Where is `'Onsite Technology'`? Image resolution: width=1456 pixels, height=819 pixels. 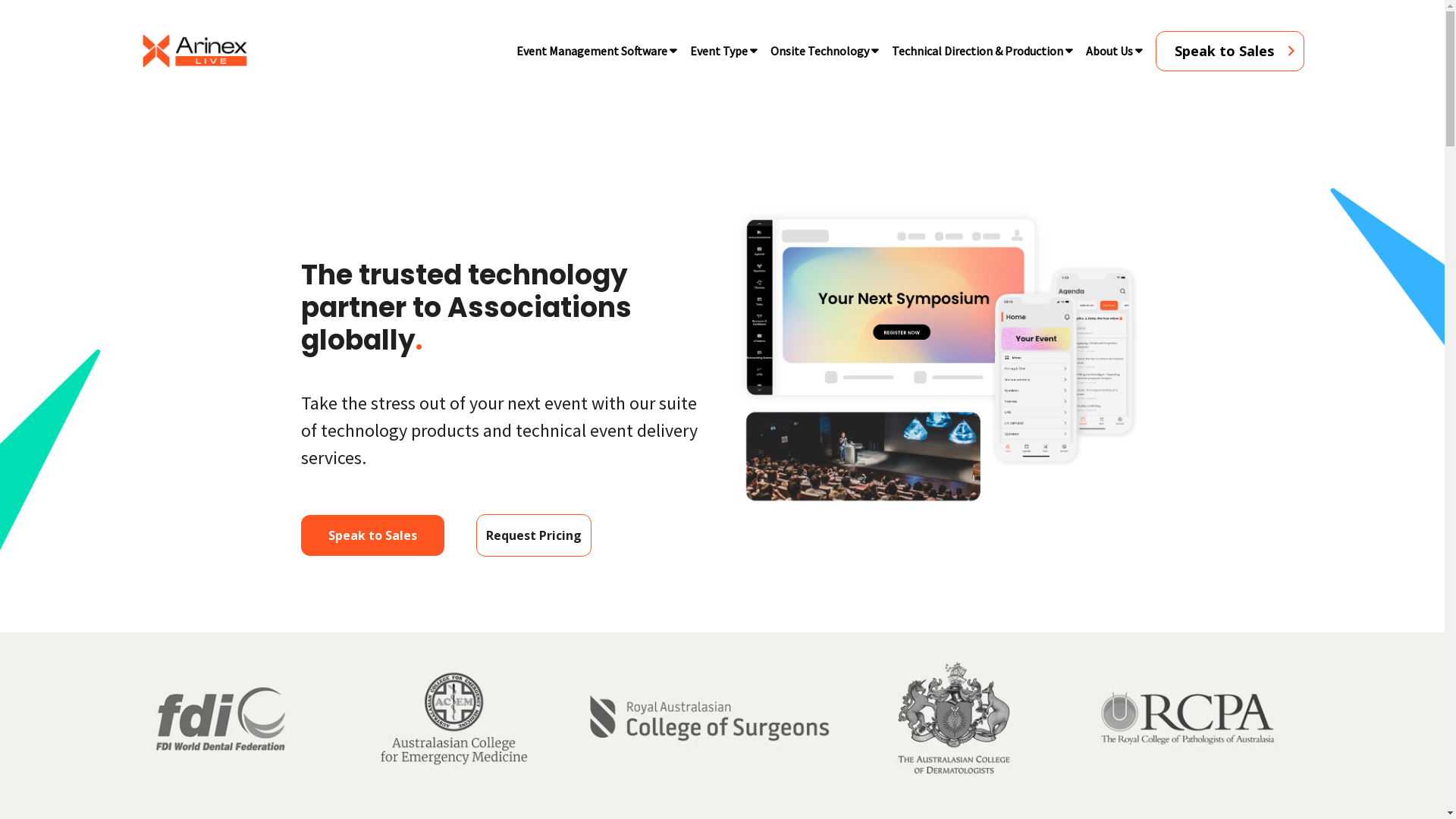
'Onsite Technology' is located at coordinates (818, 49).